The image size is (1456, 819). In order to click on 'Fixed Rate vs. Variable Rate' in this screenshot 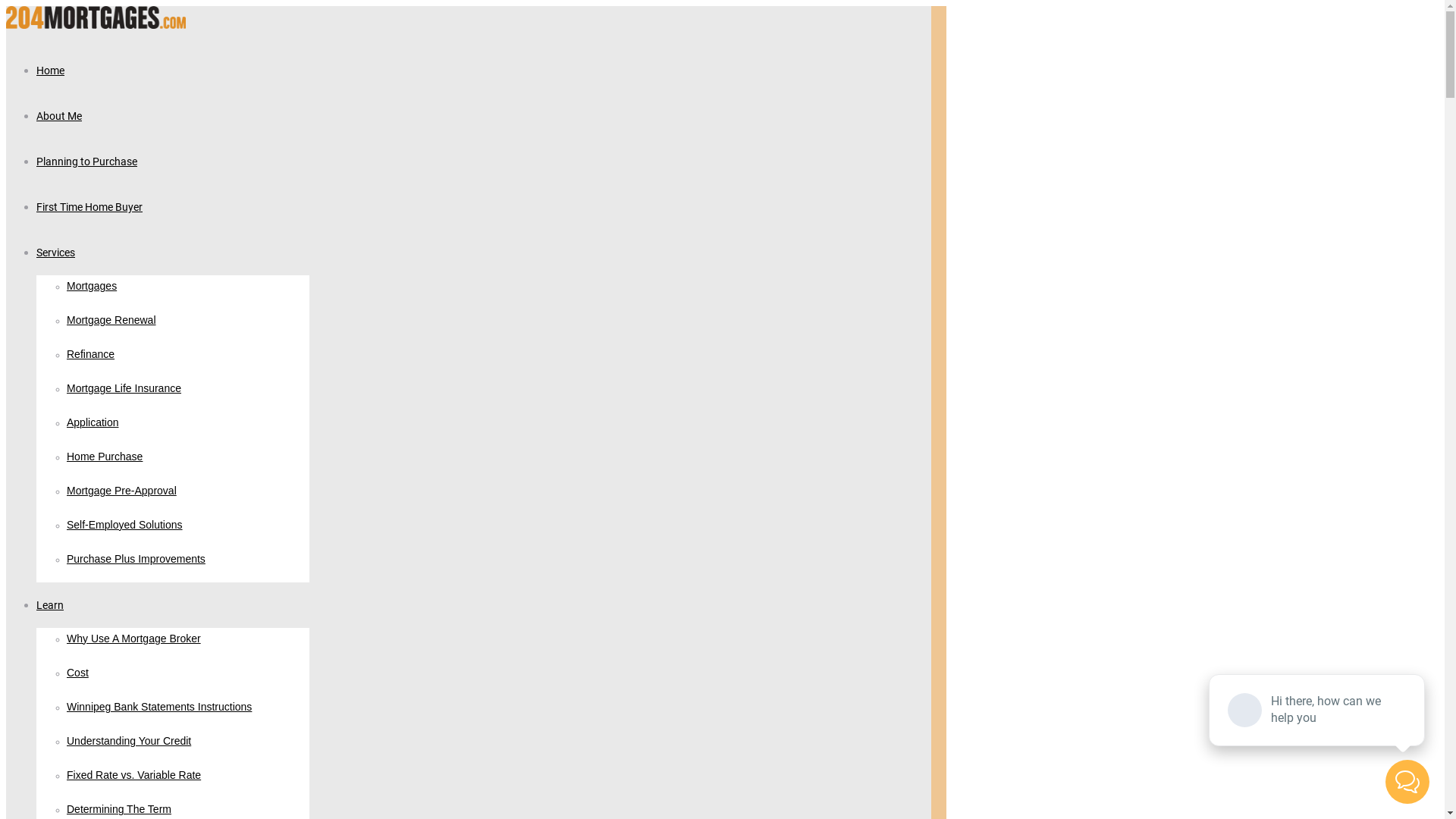, I will do `click(65, 775)`.